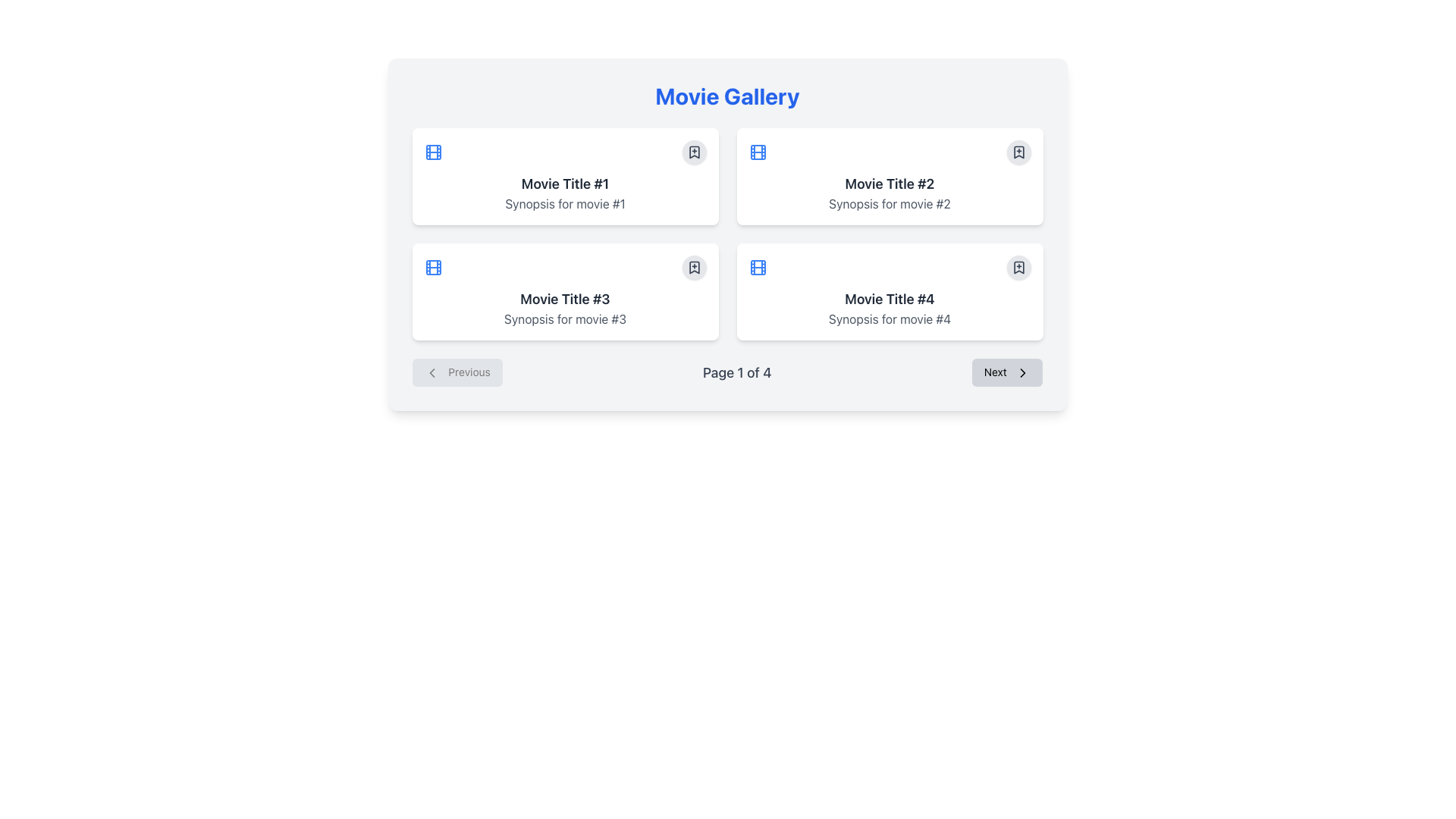  What do you see at coordinates (1023, 373) in the screenshot?
I see `the rightward-pointing arrow SVG icon located next to the 'Next' button, which indicates navigation functionality` at bounding box center [1023, 373].